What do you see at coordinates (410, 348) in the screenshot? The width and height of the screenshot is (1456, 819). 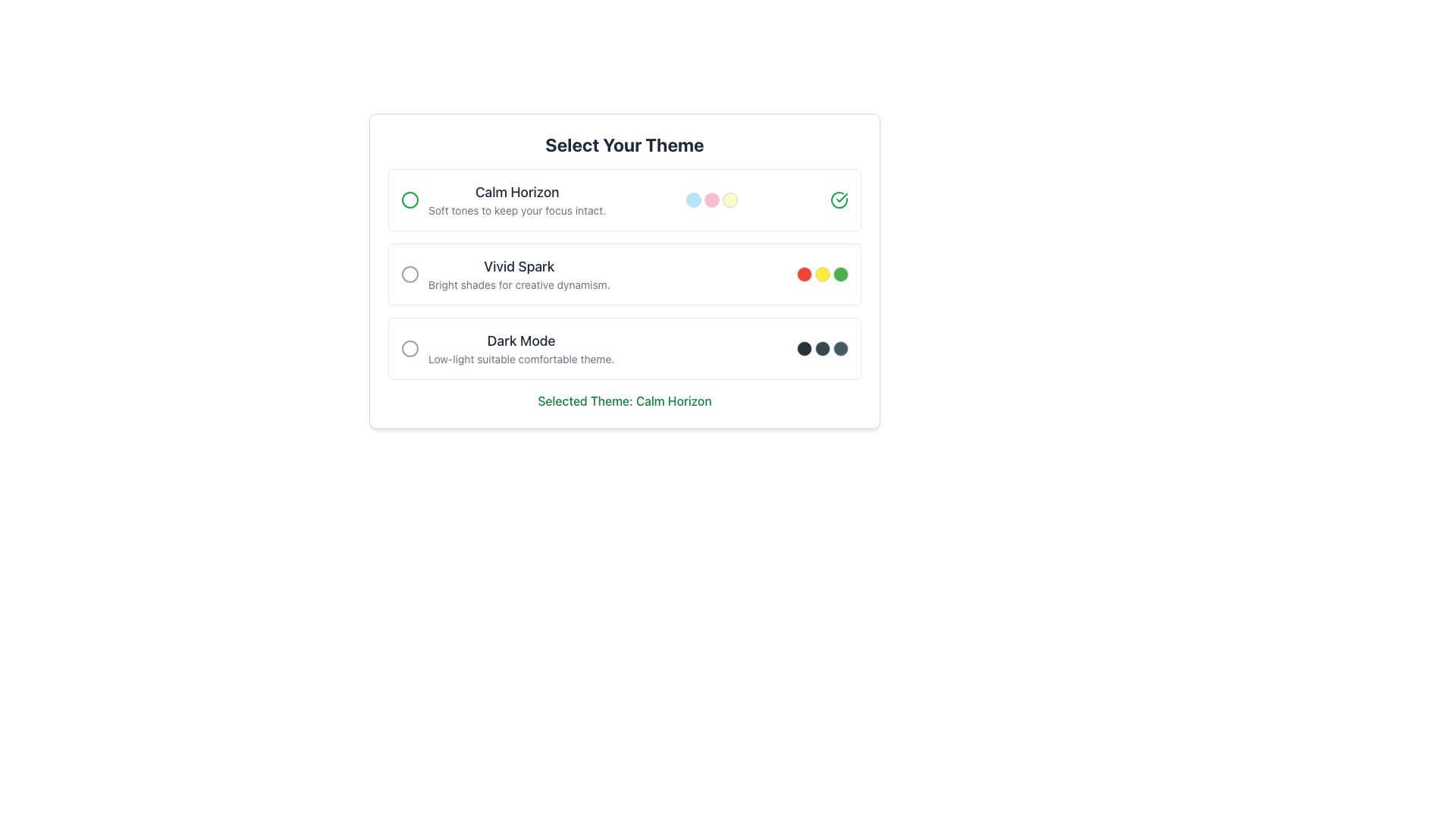 I see `the Circle icon for 'Dark Mode'` at bounding box center [410, 348].